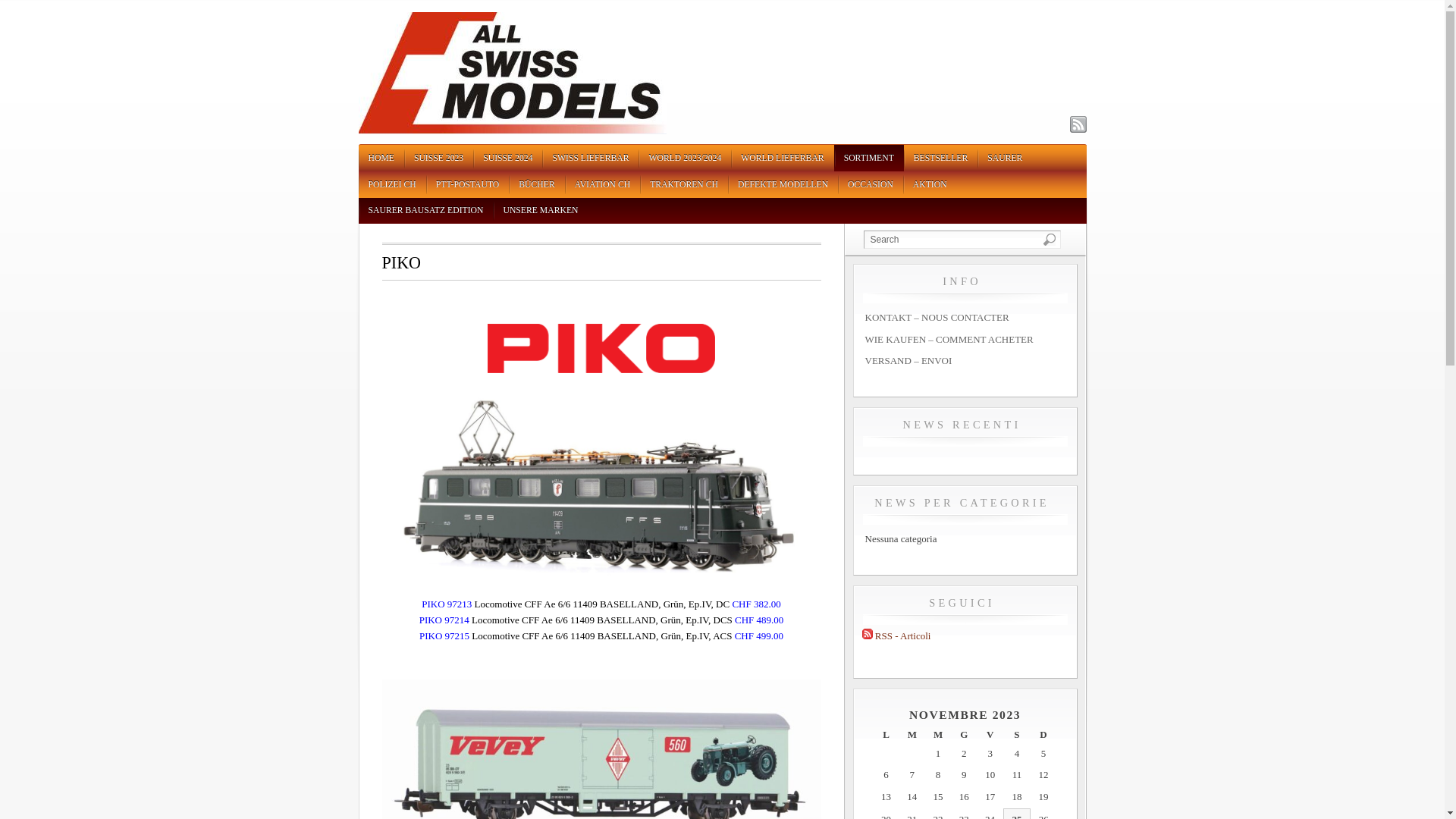 The height and width of the screenshot is (819, 1456). I want to click on 'ALL SWISS MODELS', so click(512, 130).